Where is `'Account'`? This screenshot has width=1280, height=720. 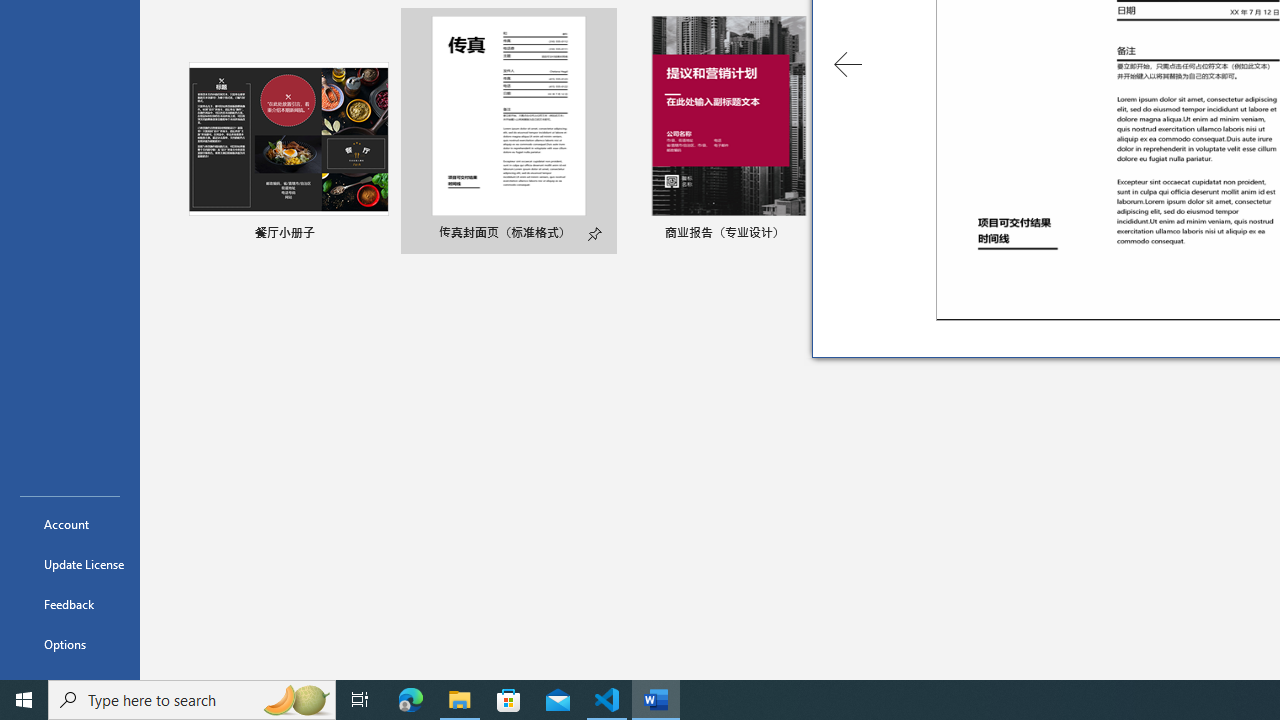
'Account' is located at coordinates (69, 523).